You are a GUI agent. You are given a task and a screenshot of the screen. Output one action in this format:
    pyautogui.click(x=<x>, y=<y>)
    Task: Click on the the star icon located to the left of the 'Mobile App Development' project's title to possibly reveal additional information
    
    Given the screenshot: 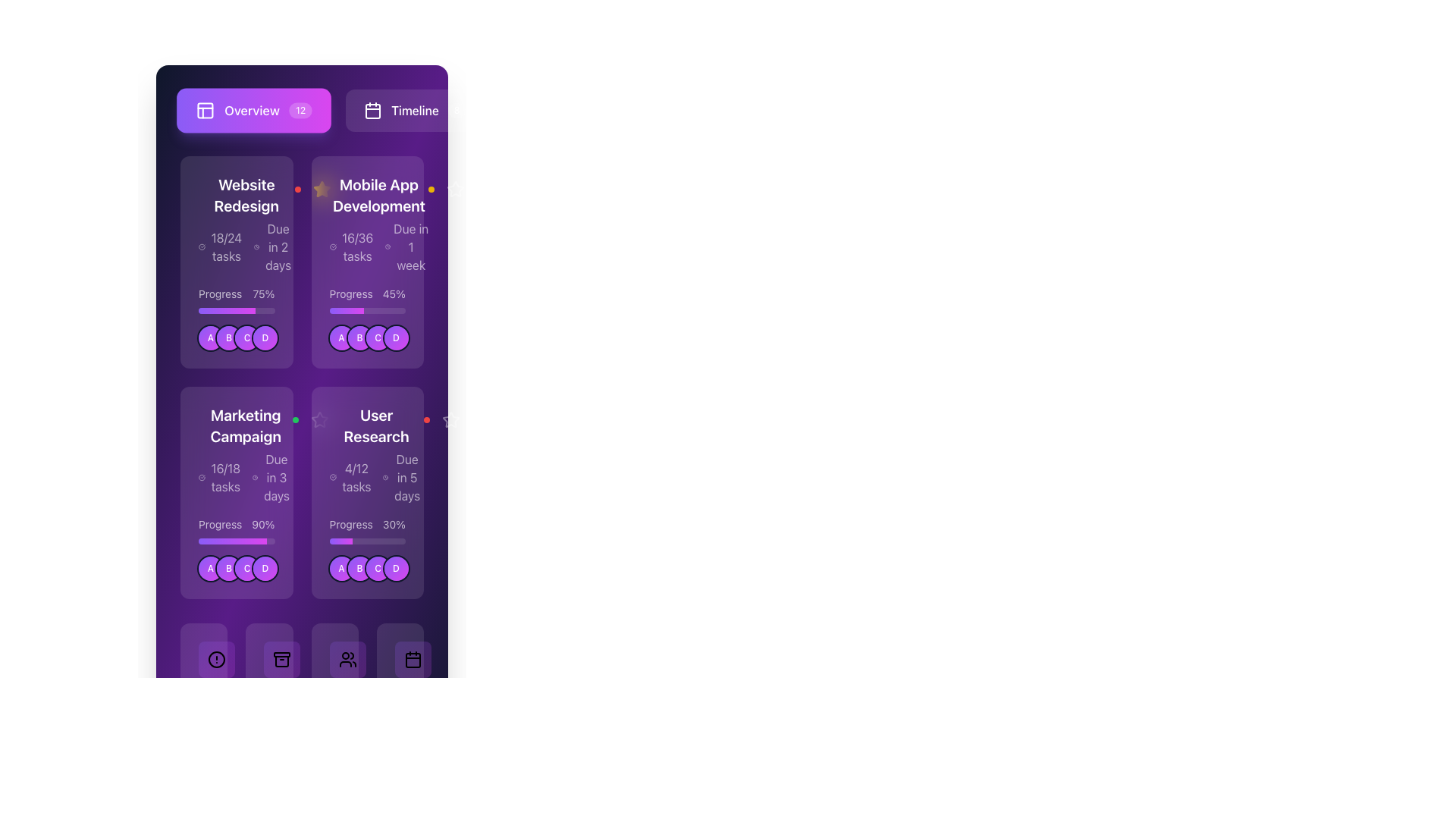 What is the action you would take?
    pyautogui.click(x=331, y=189)
    